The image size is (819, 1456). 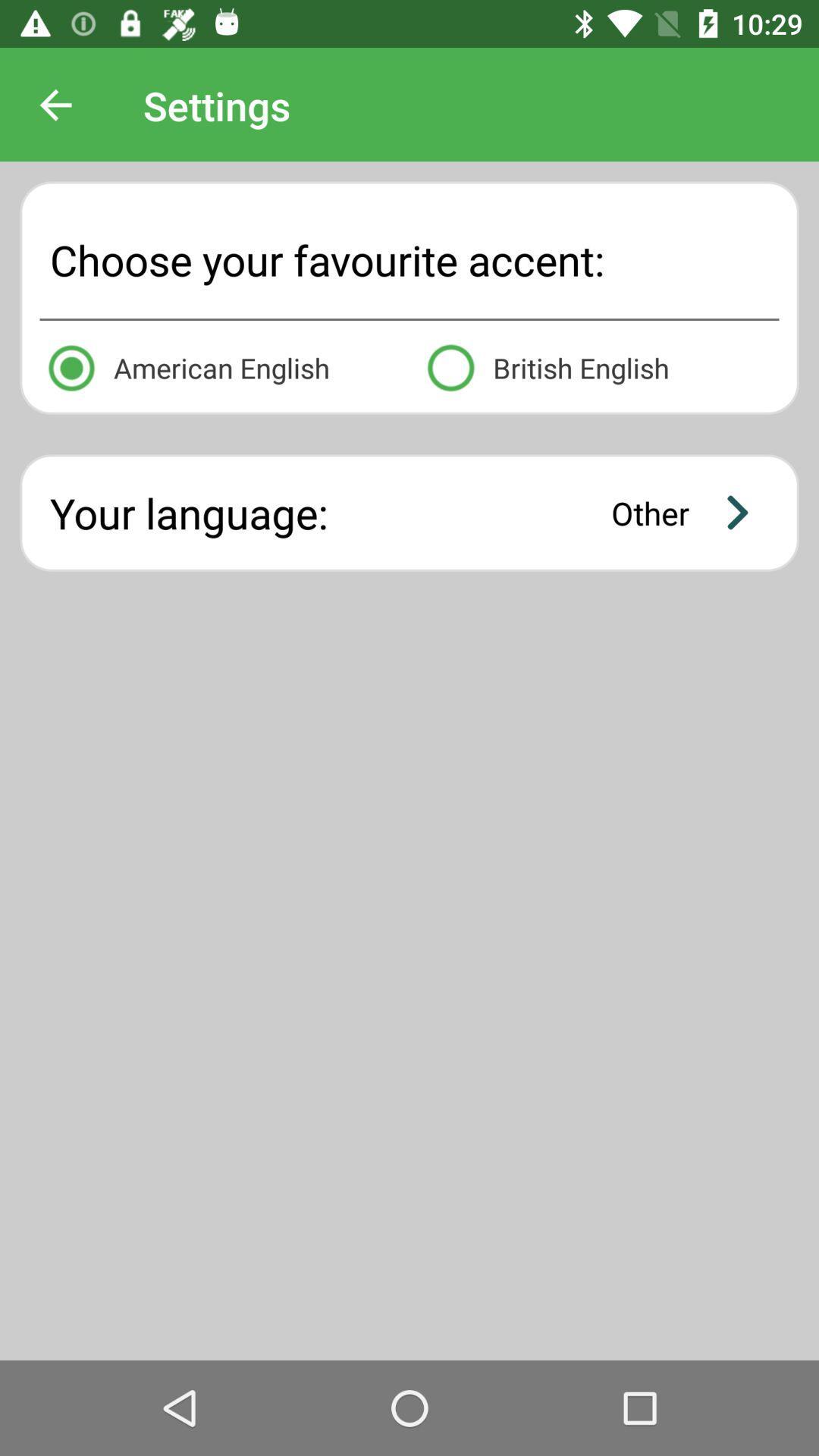 What do you see at coordinates (598, 365) in the screenshot?
I see `item above the your language: item` at bounding box center [598, 365].